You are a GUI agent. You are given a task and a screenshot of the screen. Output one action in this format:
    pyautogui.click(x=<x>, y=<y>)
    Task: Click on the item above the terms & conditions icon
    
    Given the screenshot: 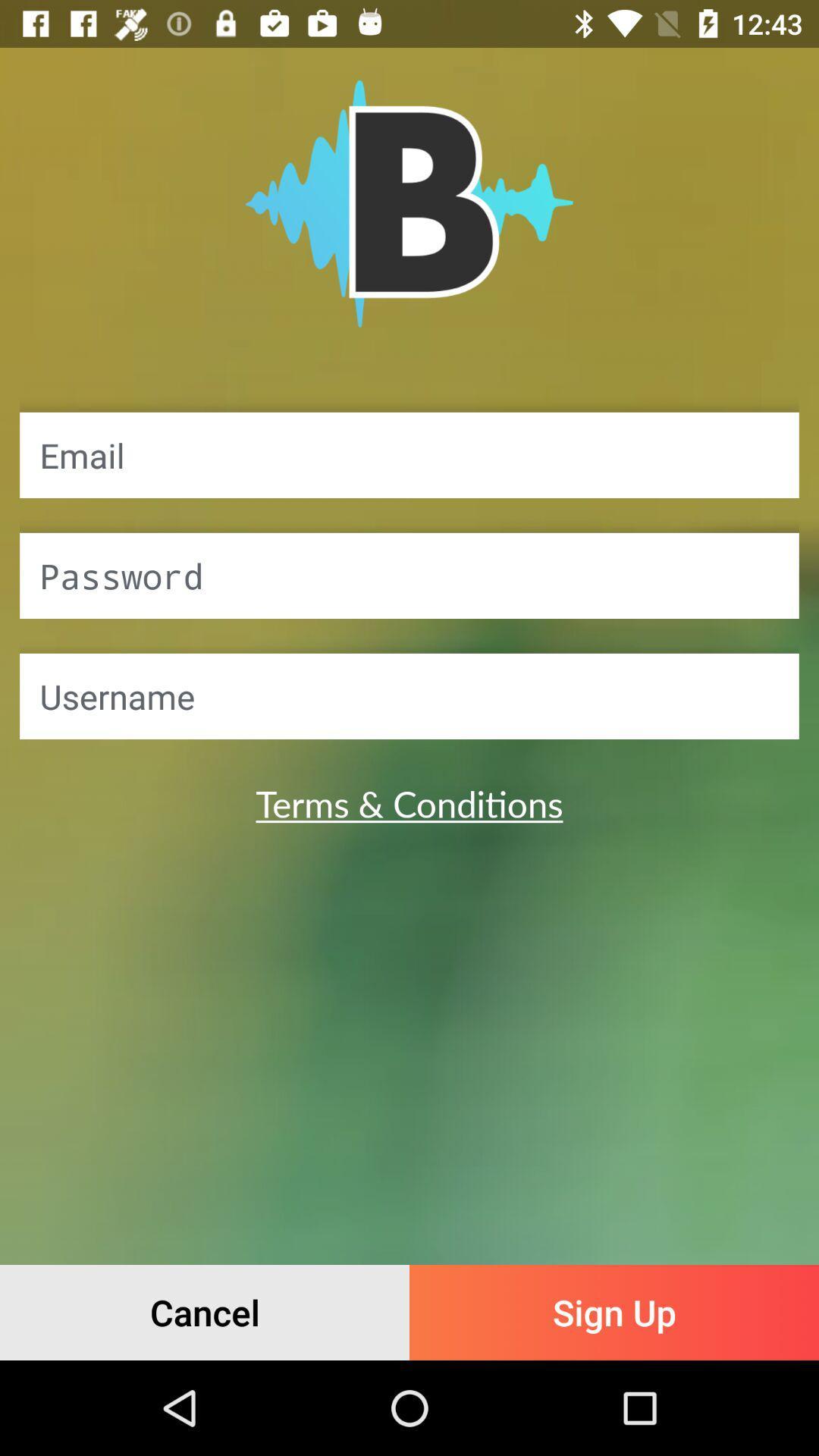 What is the action you would take?
    pyautogui.click(x=409, y=695)
    